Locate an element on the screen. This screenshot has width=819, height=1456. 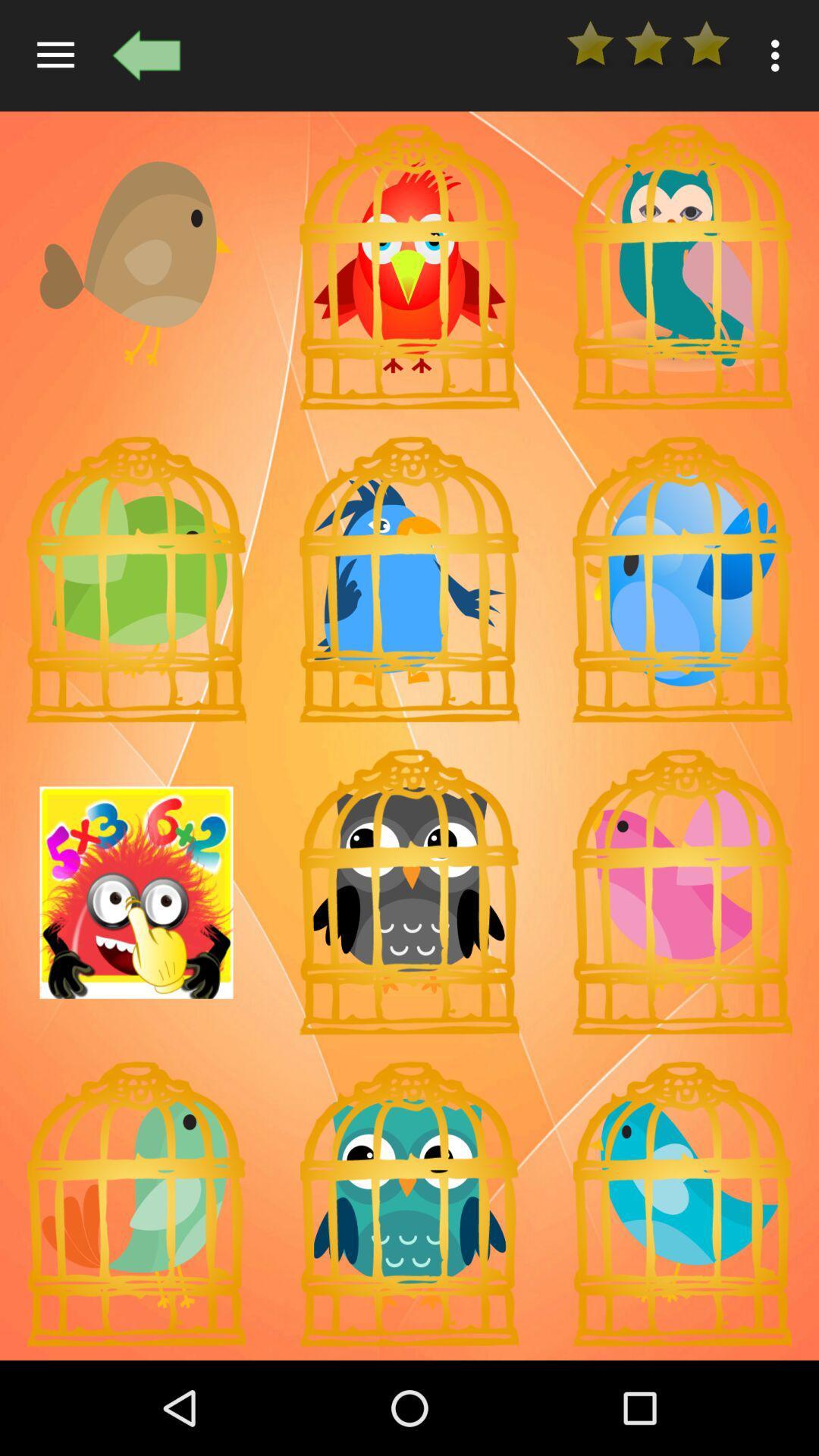
go back is located at coordinates (146, 55).